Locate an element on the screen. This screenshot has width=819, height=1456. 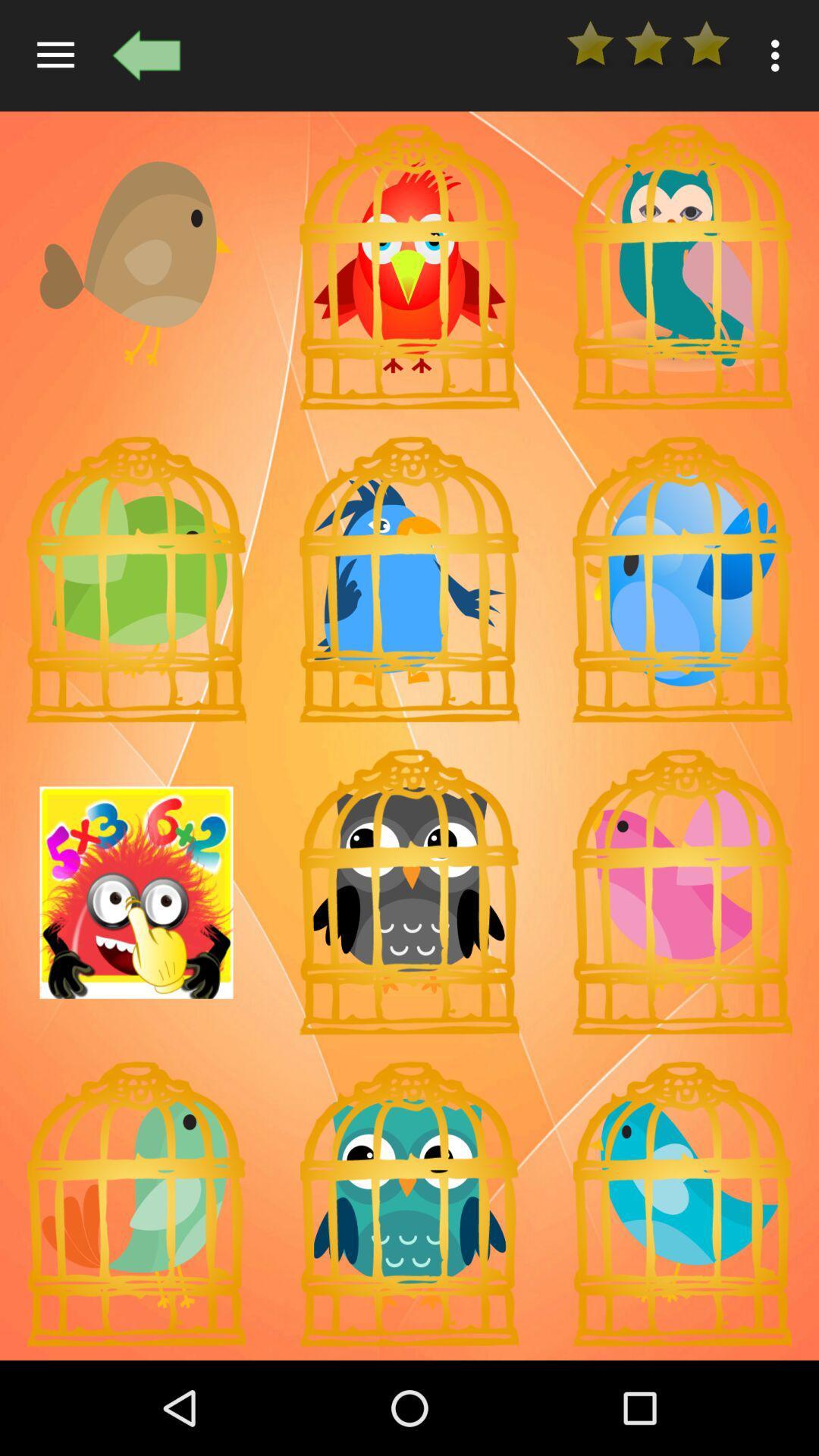
go back is located at coordinates (146, 55).